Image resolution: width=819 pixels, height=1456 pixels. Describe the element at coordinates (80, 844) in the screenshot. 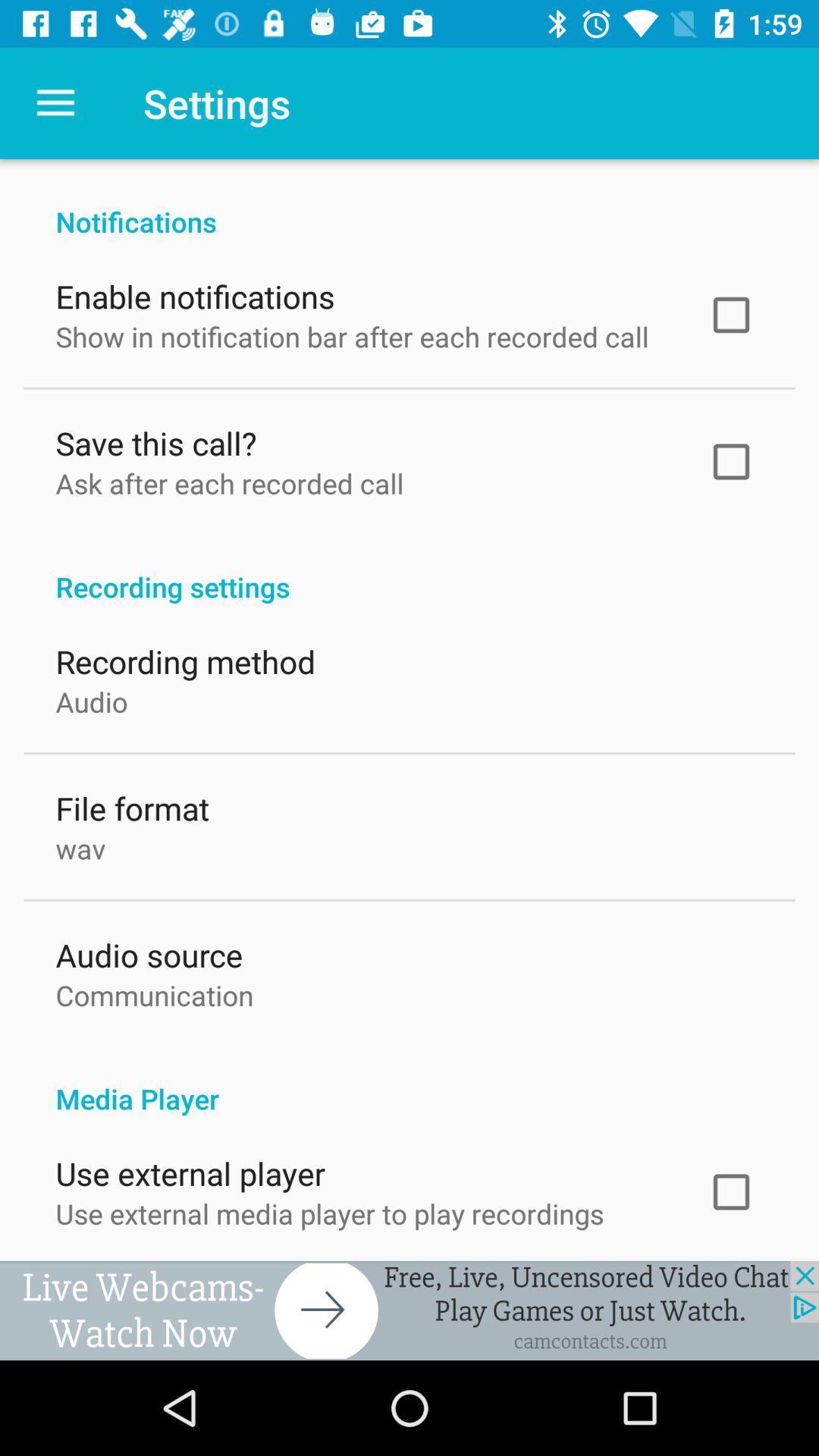

I see `the icon below the file format item` at that location.